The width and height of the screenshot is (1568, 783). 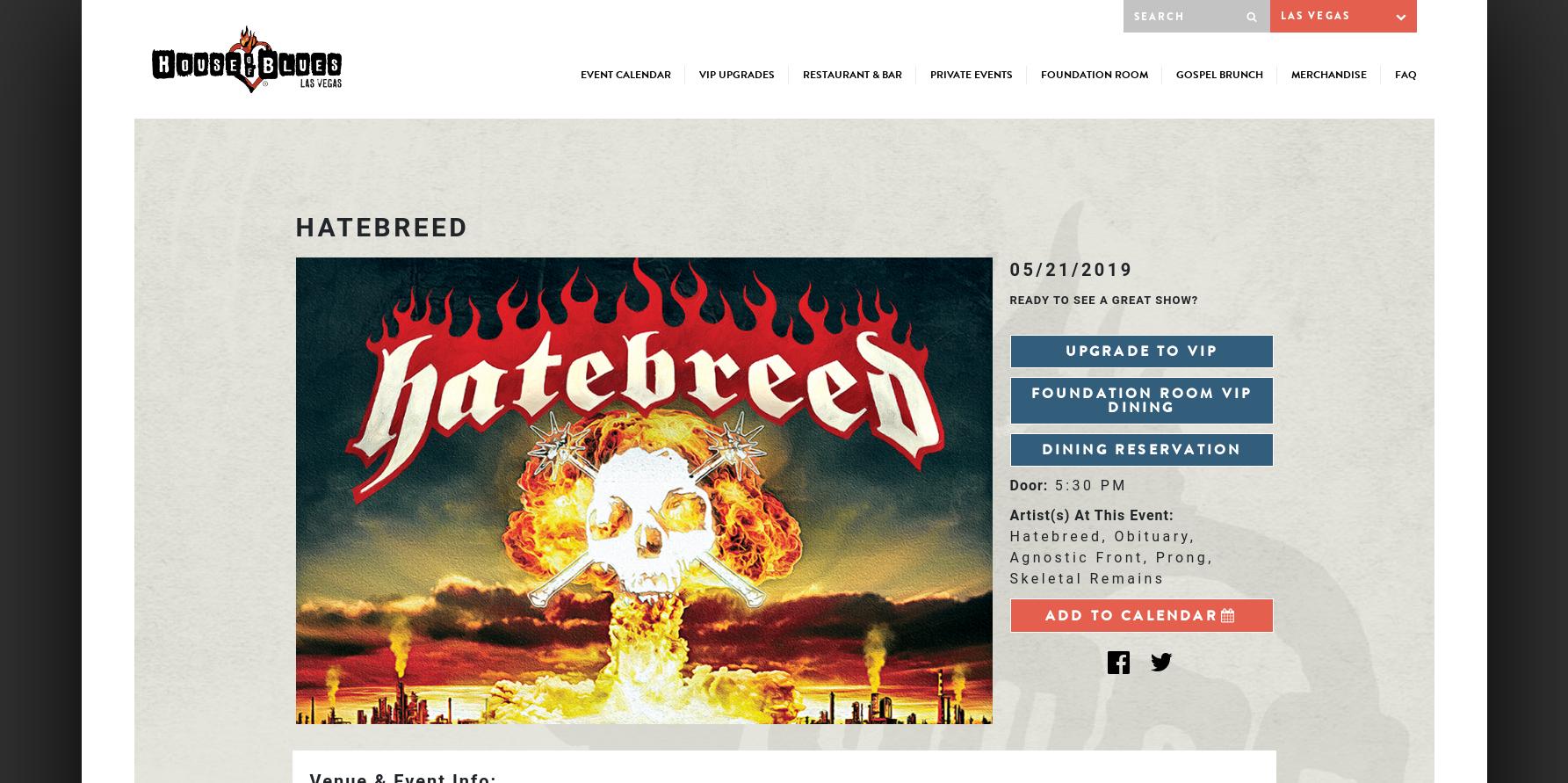 What do you see at coordinates (1140, 351) in the screenshot?
I see `'Upgrade to VIP'` at bounding box center [1140, 351].